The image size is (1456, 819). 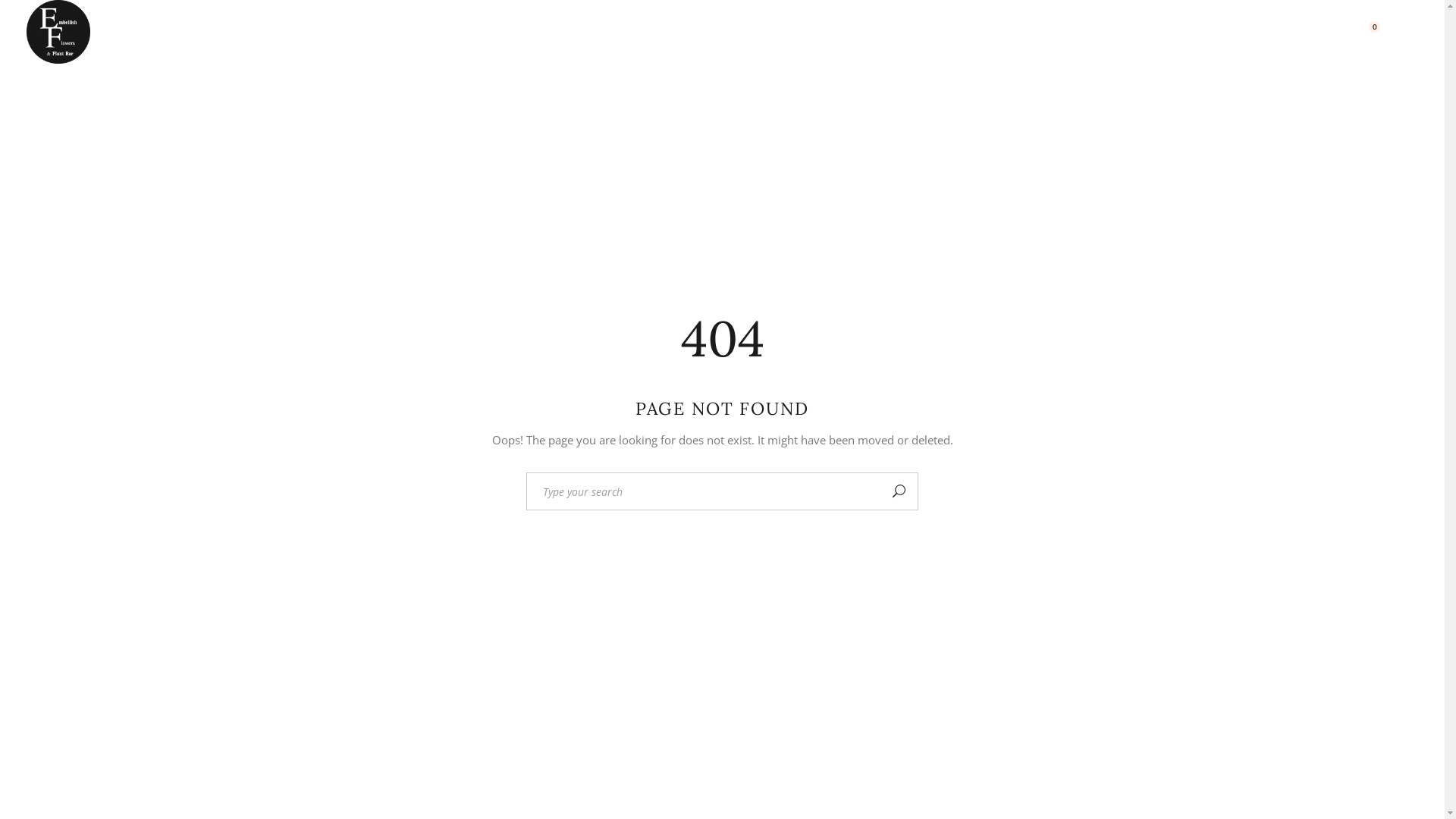 I want to click on 'PLANTS', so click(x=625, y=32).